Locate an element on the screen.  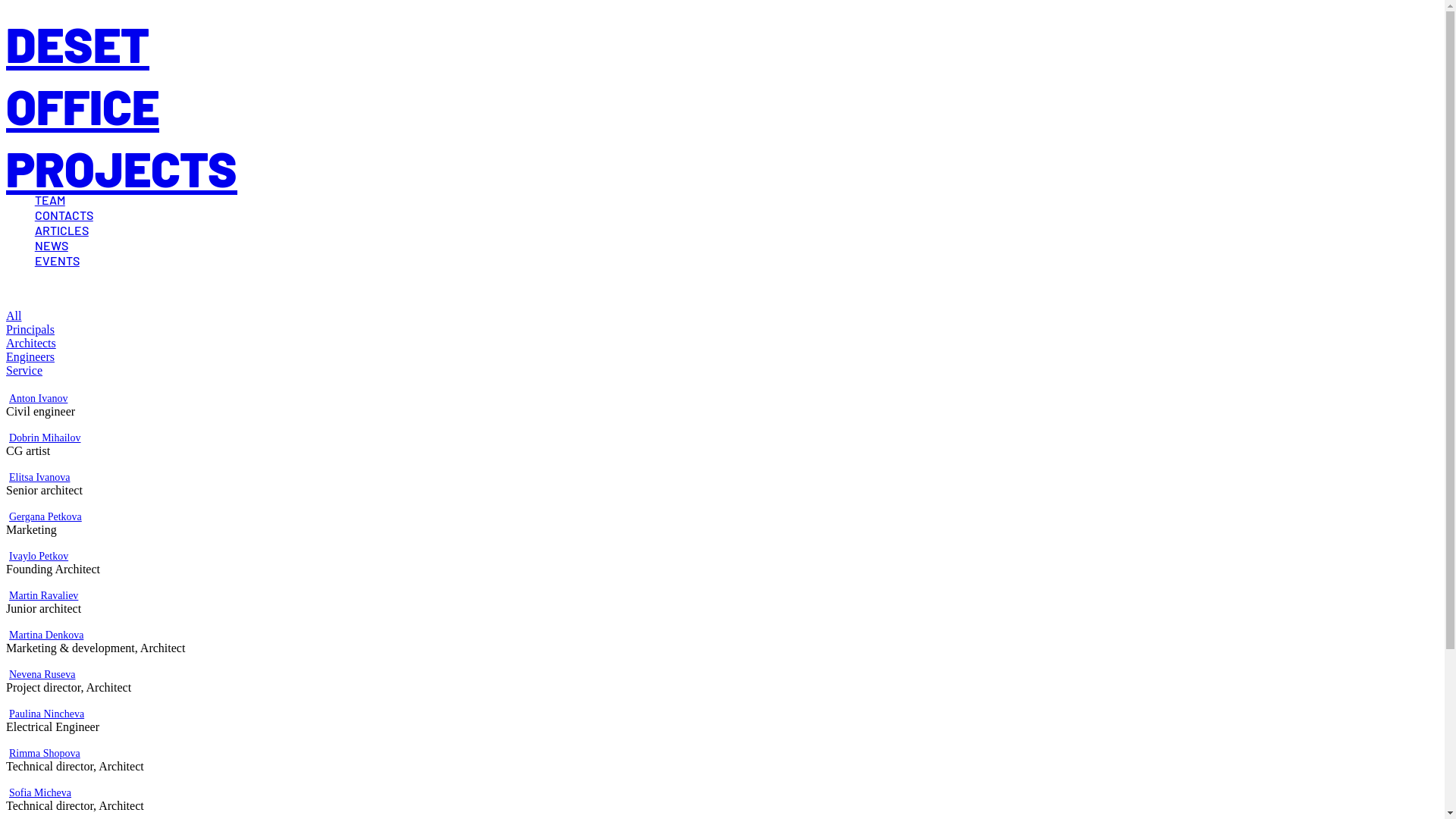
'Paulina Nincheva' is located at coordinates (9, 714).